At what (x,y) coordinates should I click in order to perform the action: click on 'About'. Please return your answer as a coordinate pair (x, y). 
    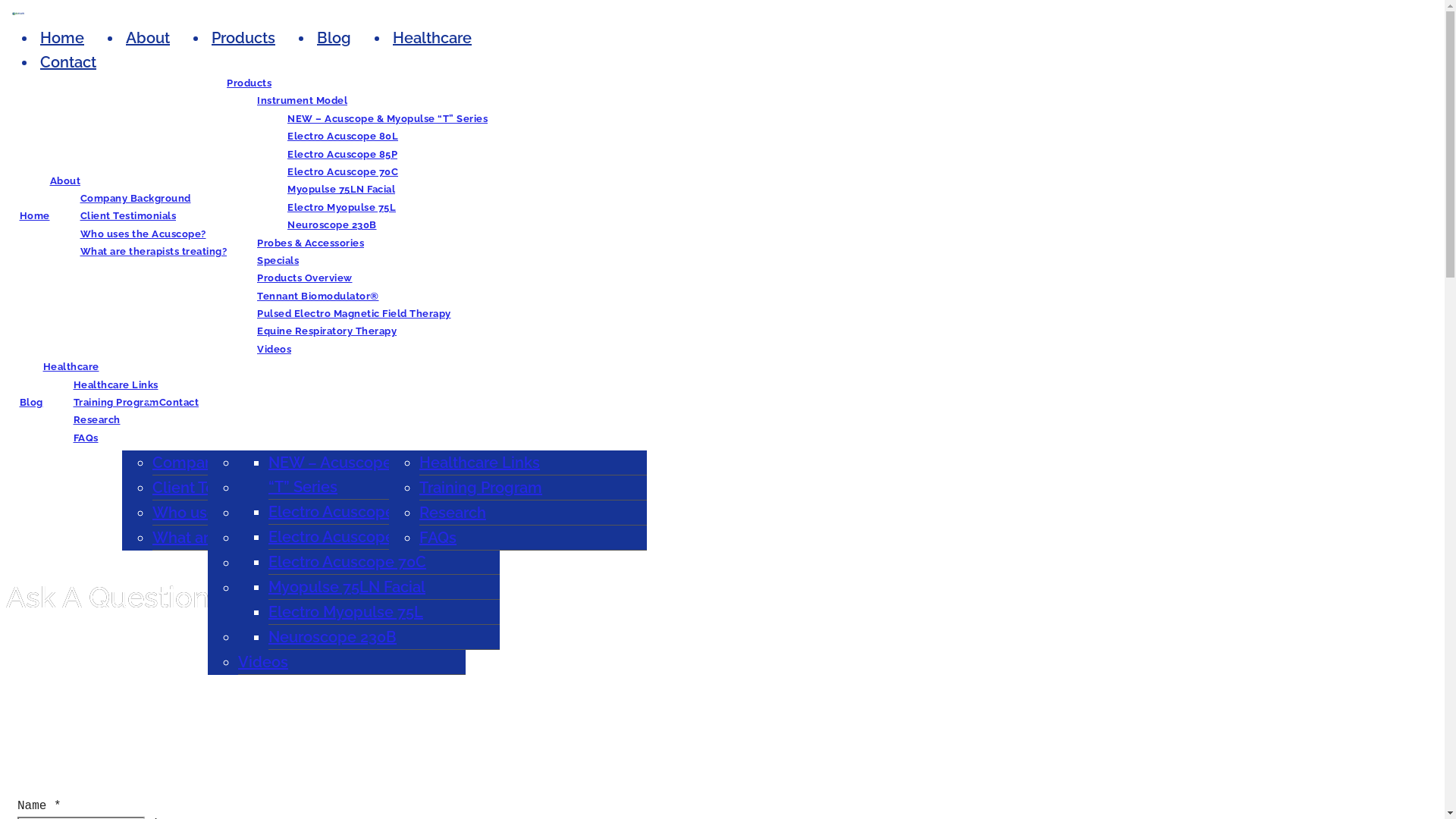
    Looking at the image, I should click on (148, 37).